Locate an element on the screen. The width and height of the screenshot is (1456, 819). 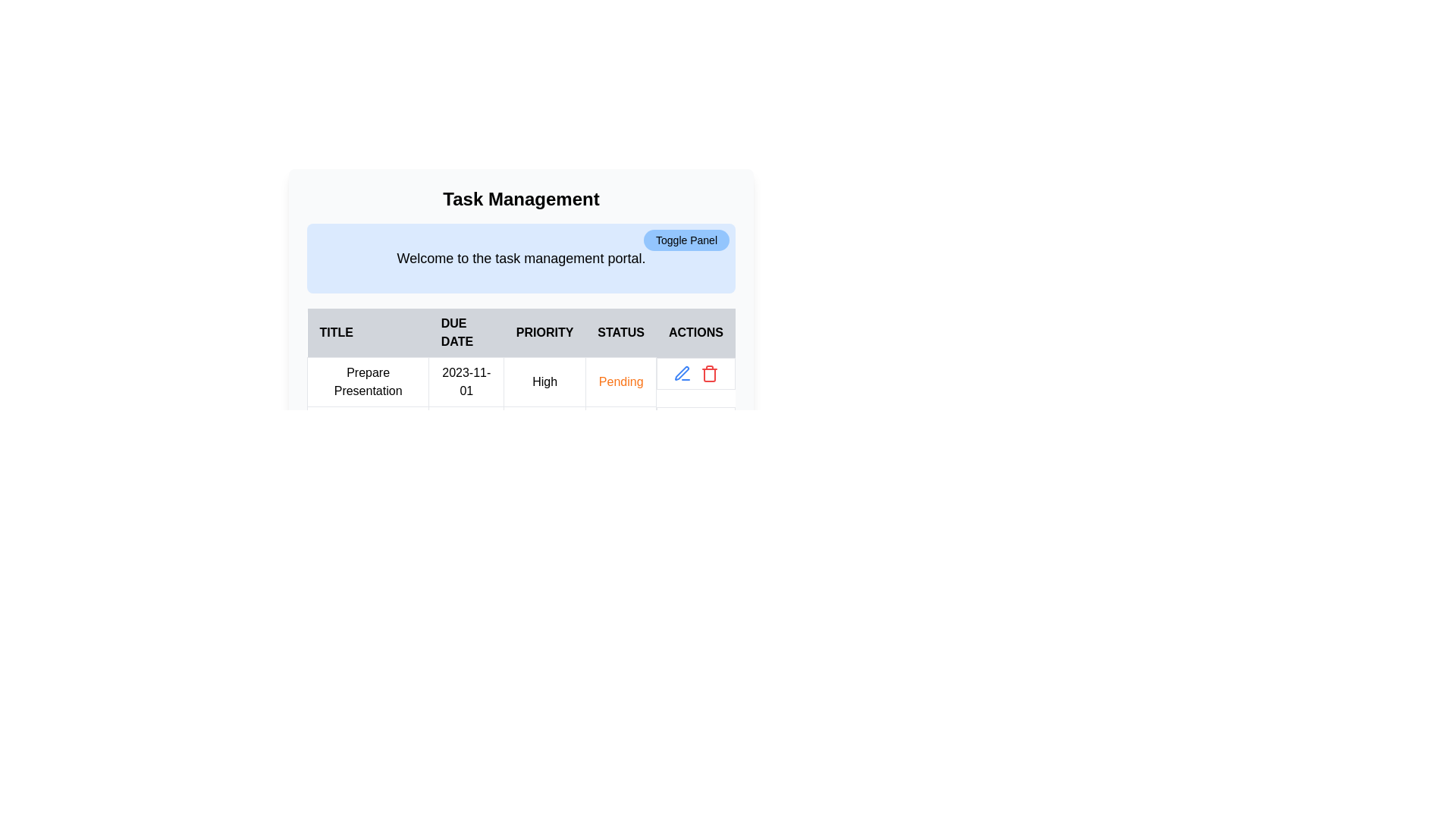
the static text label indicating 'Status' in the fourth column of the table header, positioned between 'PRIORITY' and 'ACTIONS' is located at coordinates (621, 332).